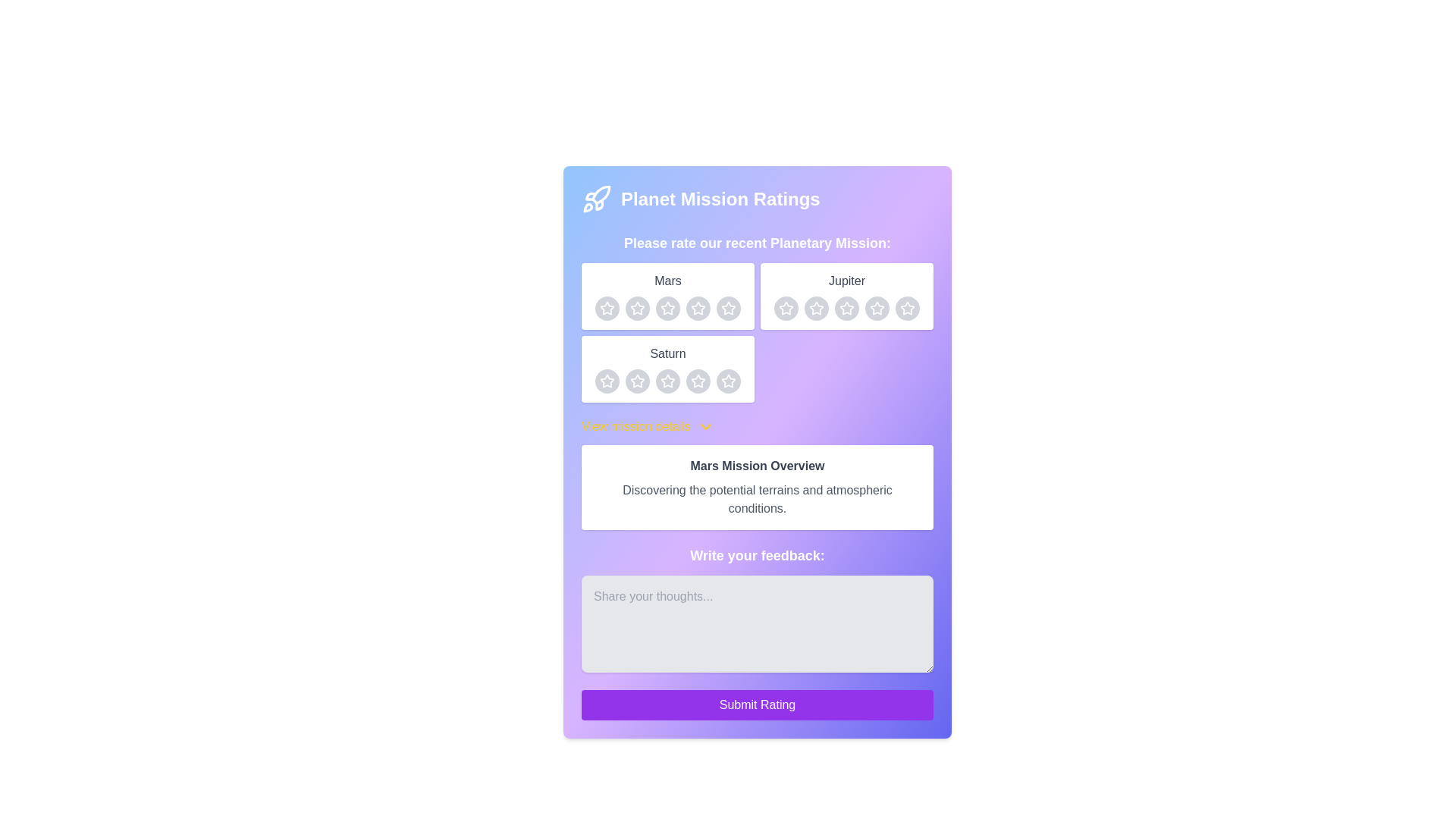  I want to click on the third rating star icon for the 'Saturn' item to assign a three-star rating in the planetary mission rating interface, so click(667, 380).